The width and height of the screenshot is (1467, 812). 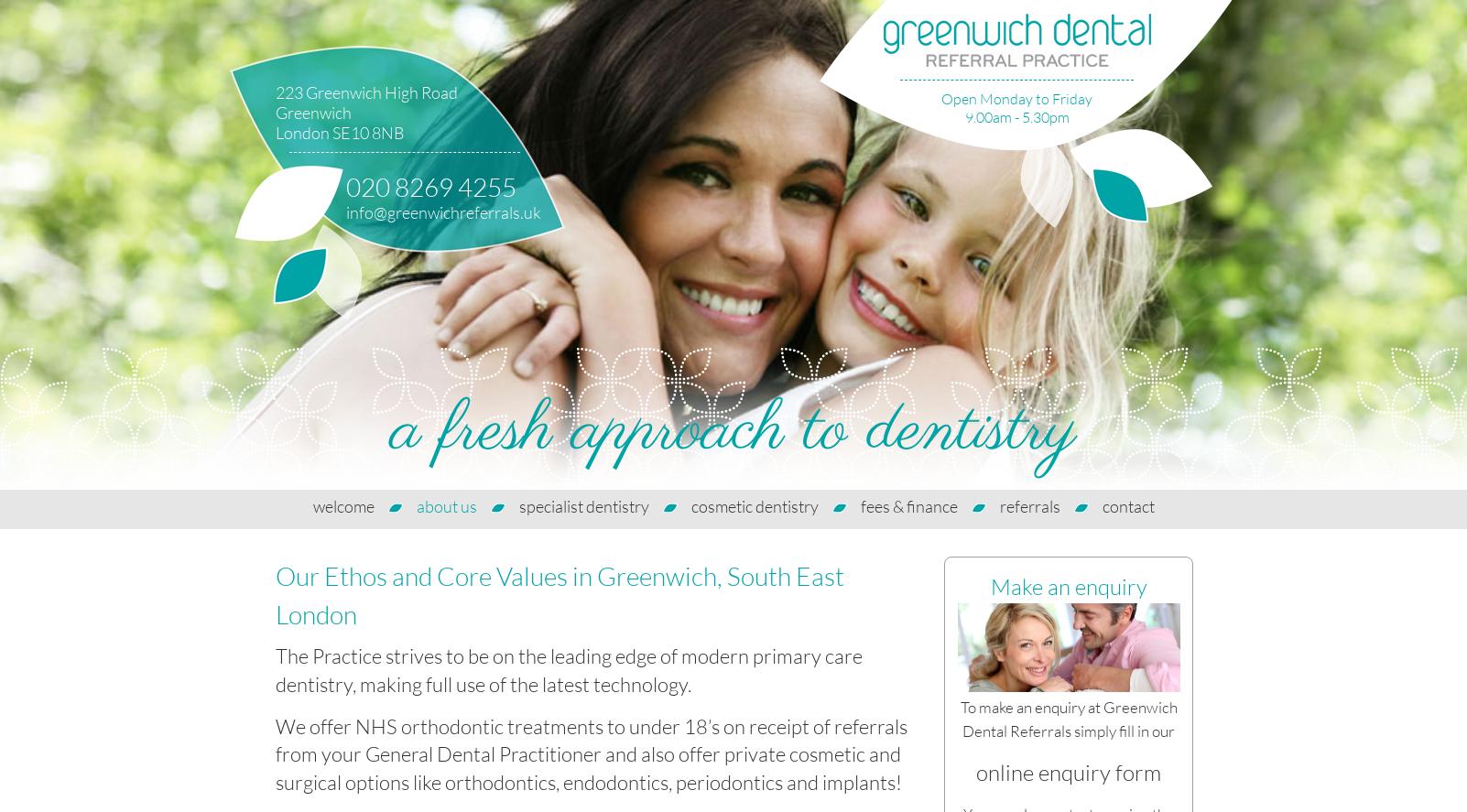 What do you see at coordinates (949, 285) in the screenshot?
I see `'send us an email'` at bounding box center [949, 285].